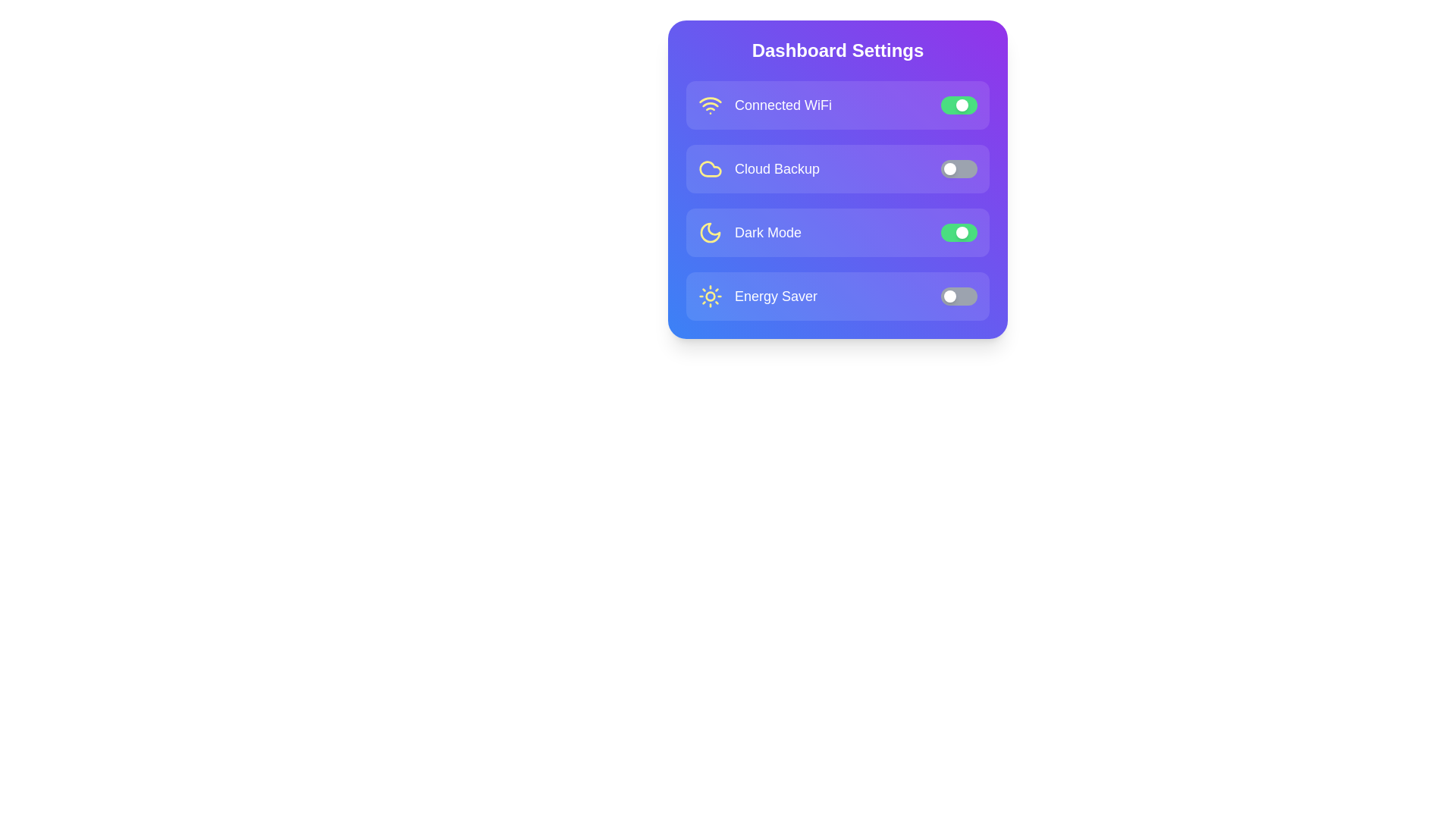  What do you see at coordinates (959, 296) in the screenshot?
I see `the setting Energy Saver by clicking its toggle button` at bounding box center [959, 296].